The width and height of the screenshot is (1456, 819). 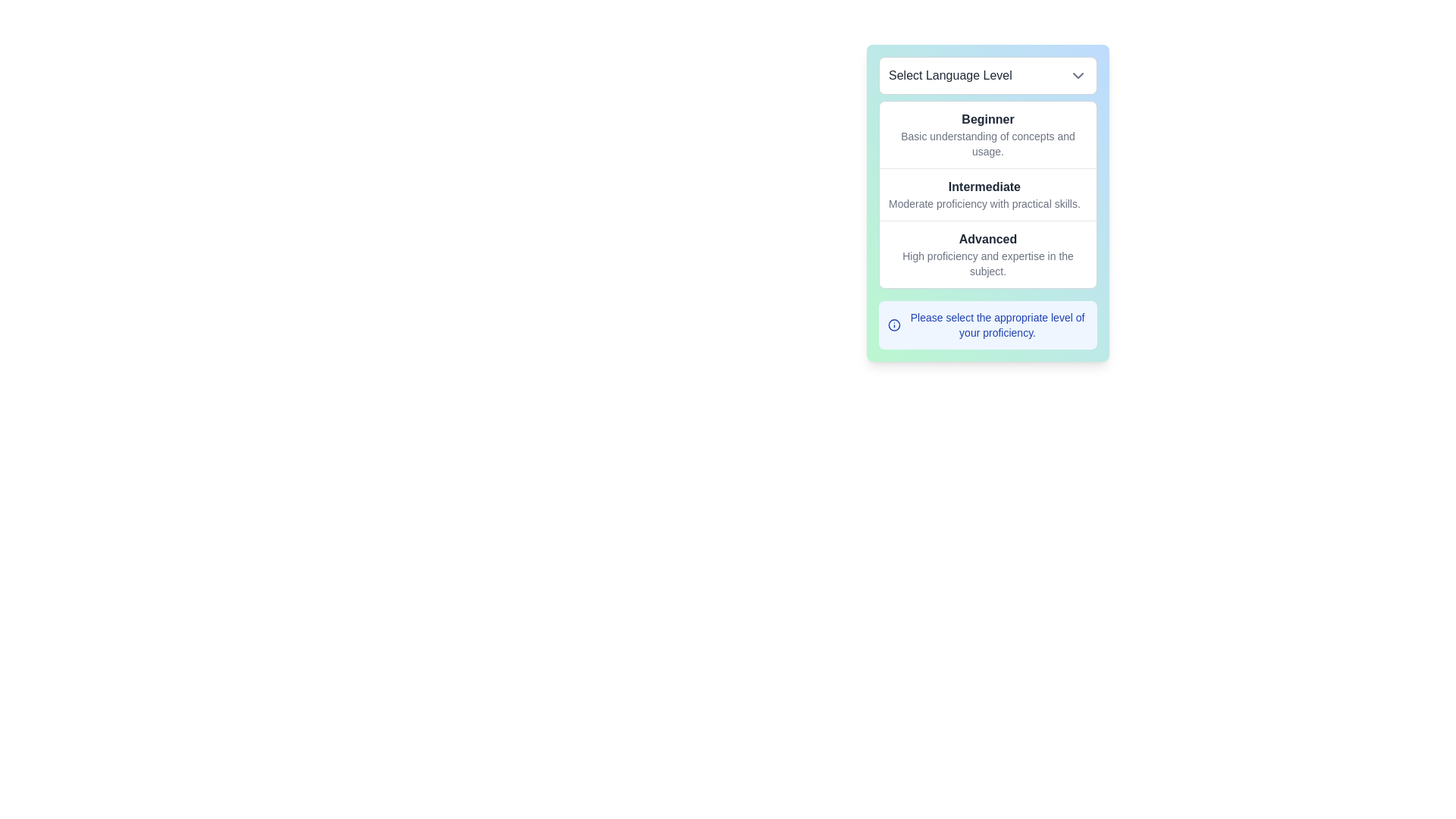 I want to click on the blue circular Informational Icon that precedes the text 'Please select the appropriate level of your proficiency.' for more context, so click(x=894, y=324).